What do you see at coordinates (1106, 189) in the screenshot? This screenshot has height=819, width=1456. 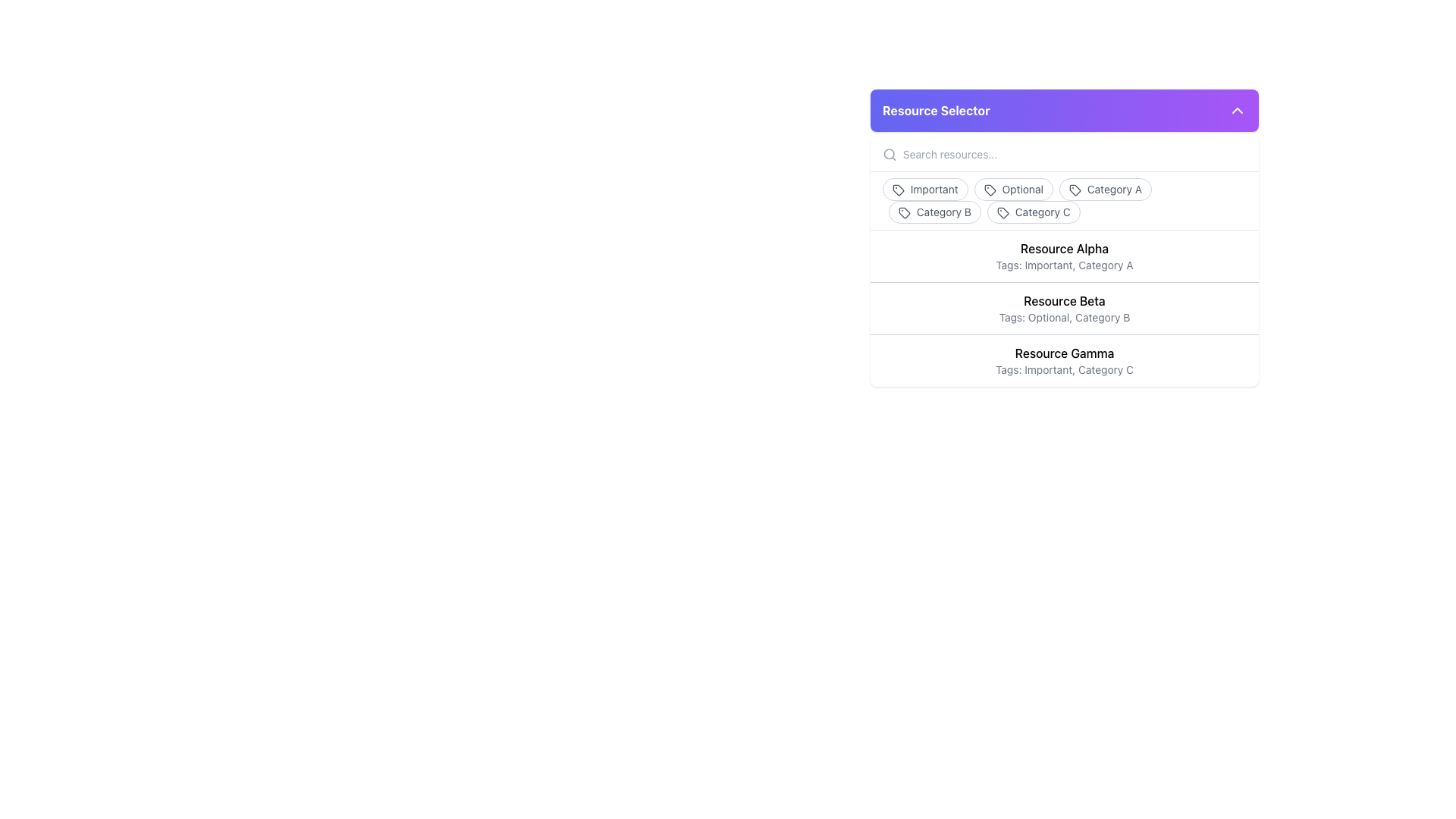 I see `the interactive button for selecting 'Category A' located in the 'Resource Selector' section` at bounding box center [1106, 189].